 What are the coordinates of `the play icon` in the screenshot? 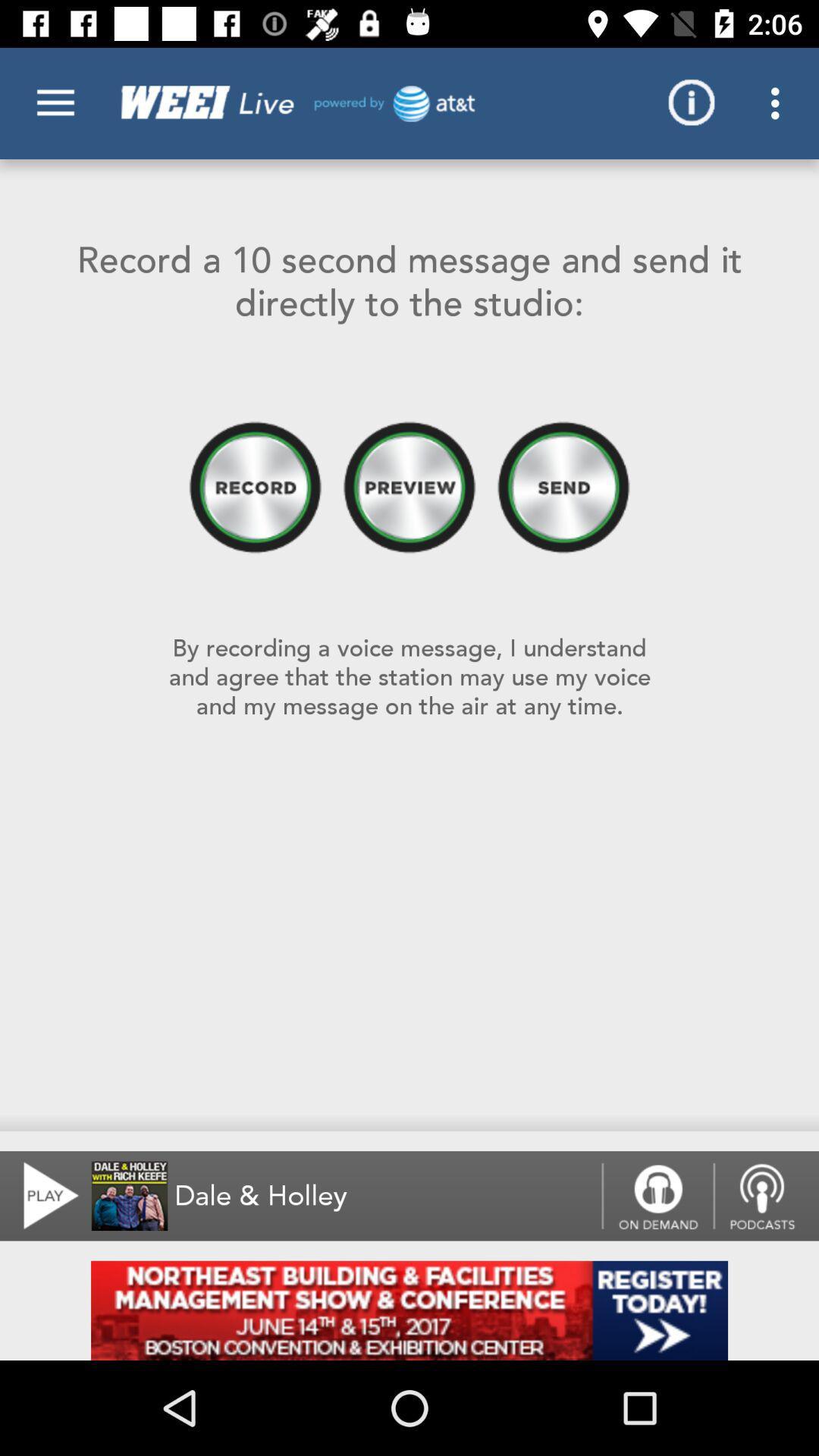 It's located at (41, 1195).